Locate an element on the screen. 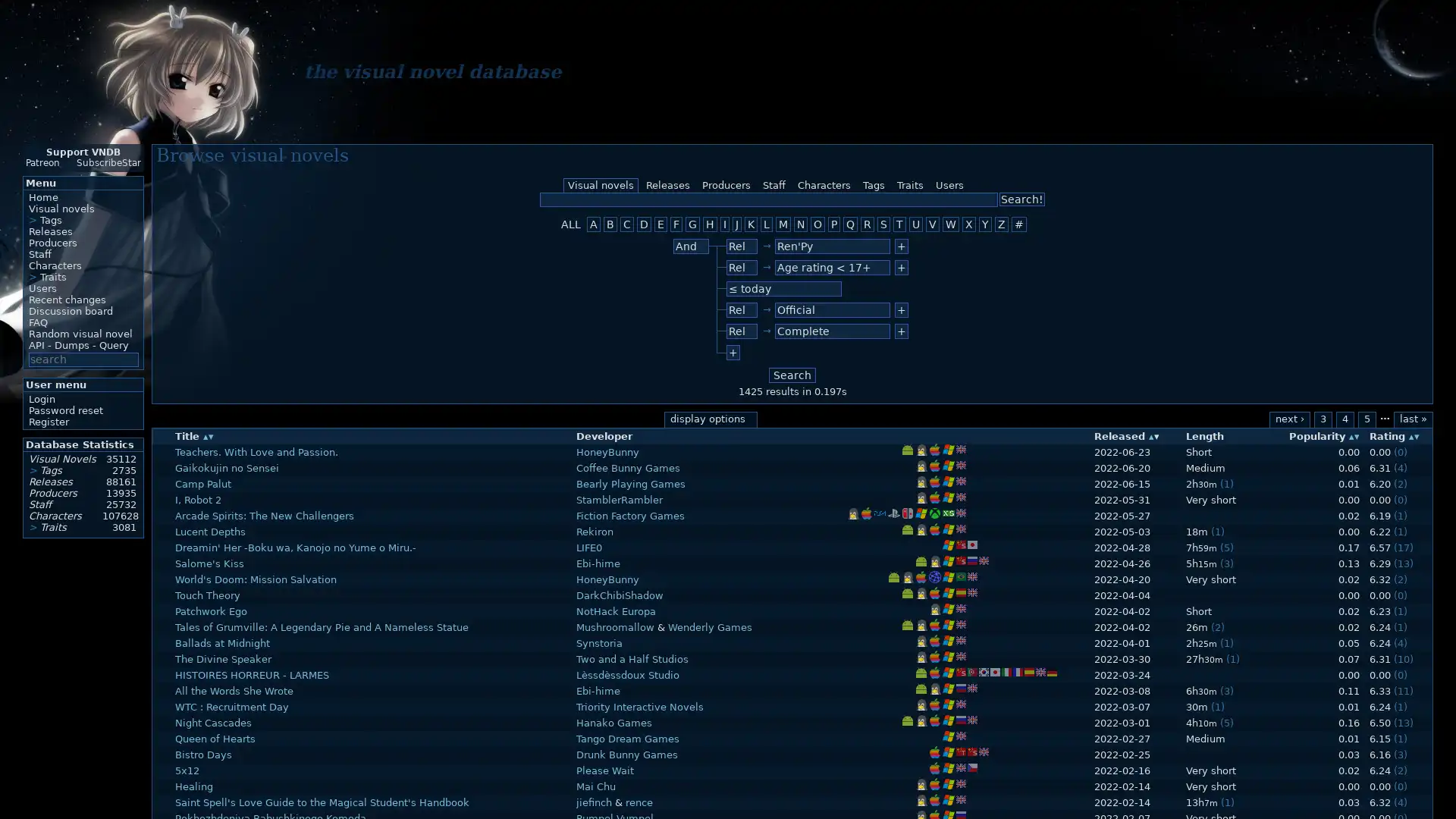 This screenshot has width=1456, height=819. F is located at coordinates (676, 224).